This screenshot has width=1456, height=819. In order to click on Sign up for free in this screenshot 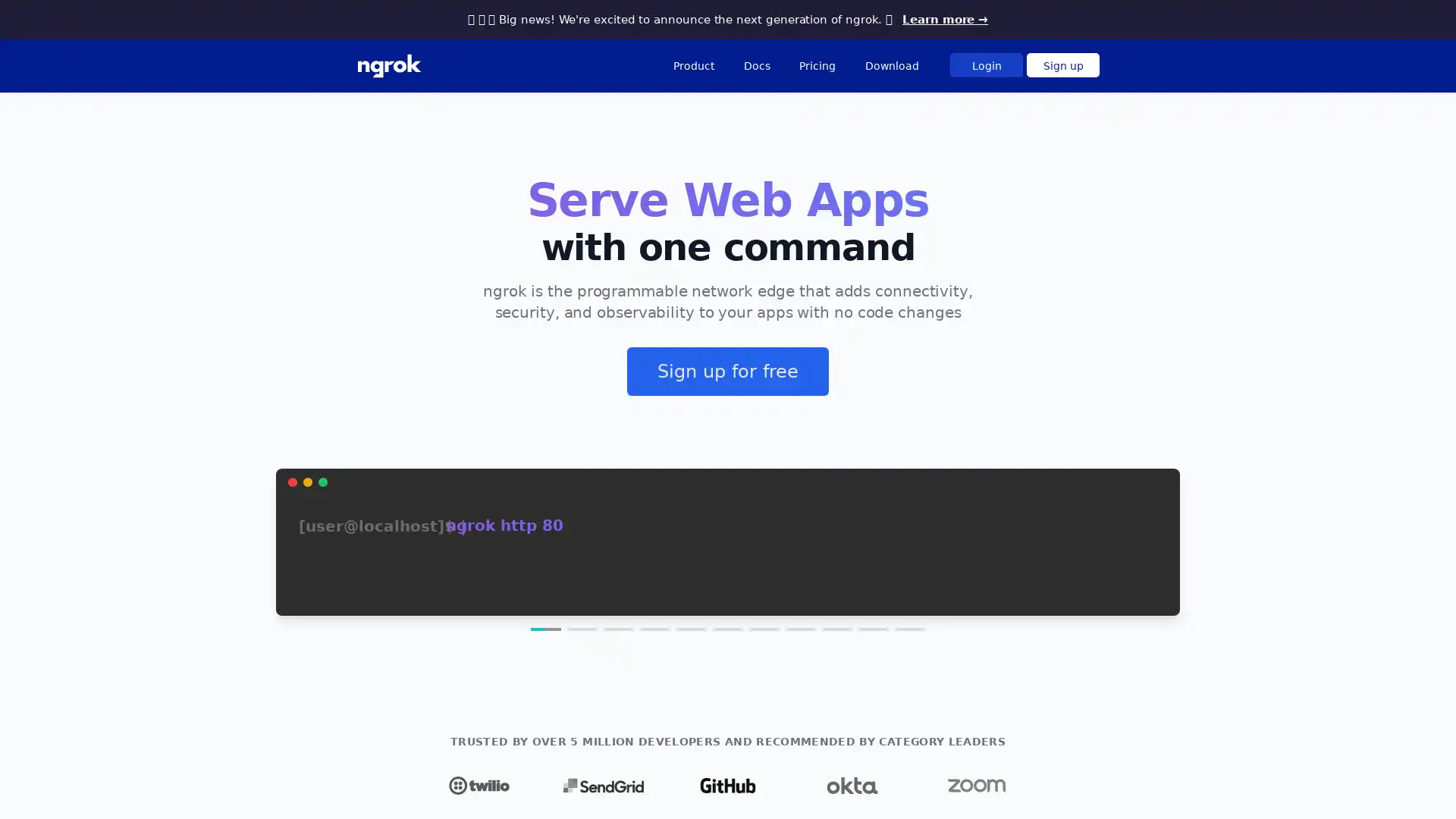, I will do `click(728, 371)`.